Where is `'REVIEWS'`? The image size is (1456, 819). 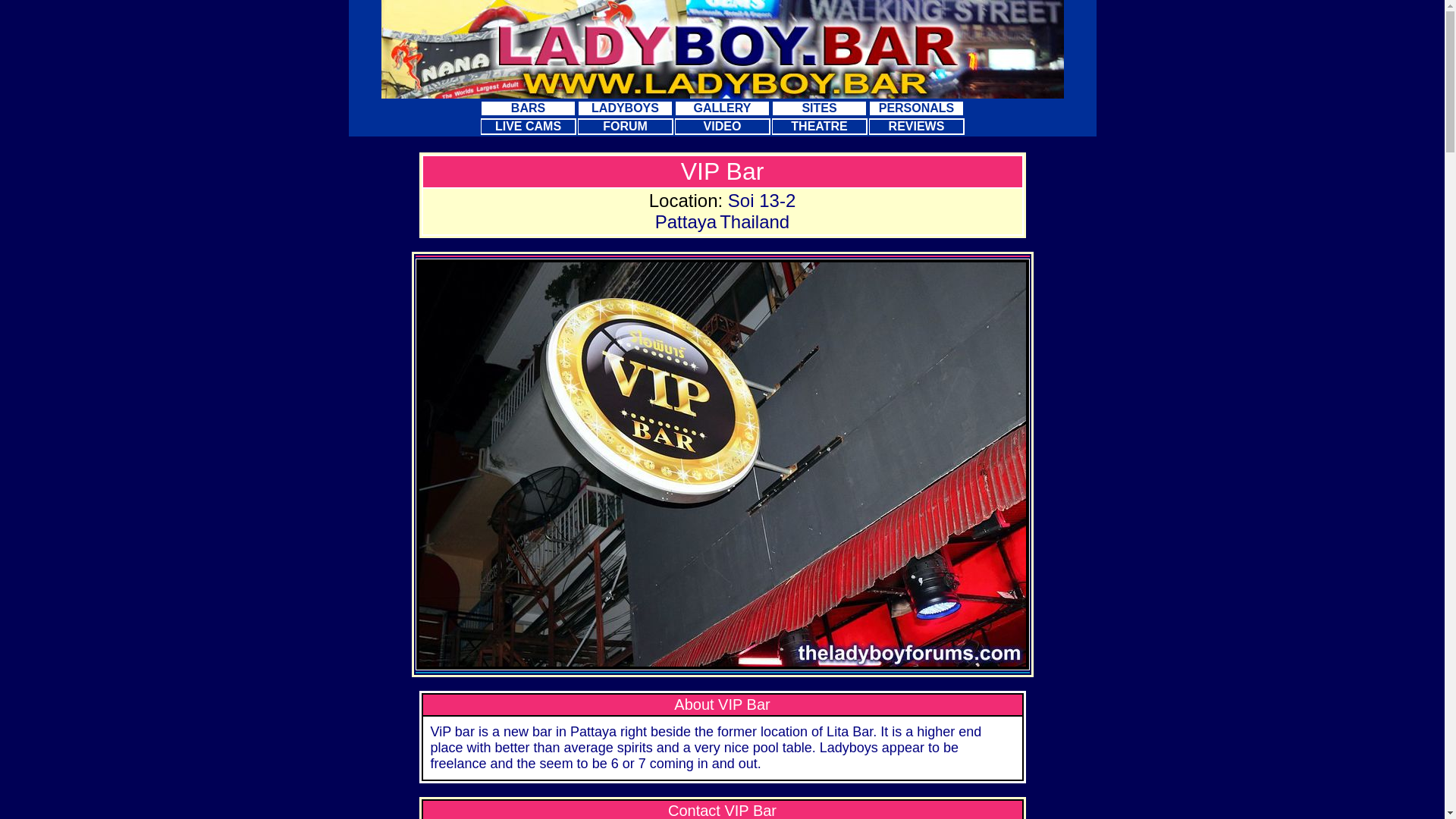 'REVIEWS' is located at coordinates (915, 125).